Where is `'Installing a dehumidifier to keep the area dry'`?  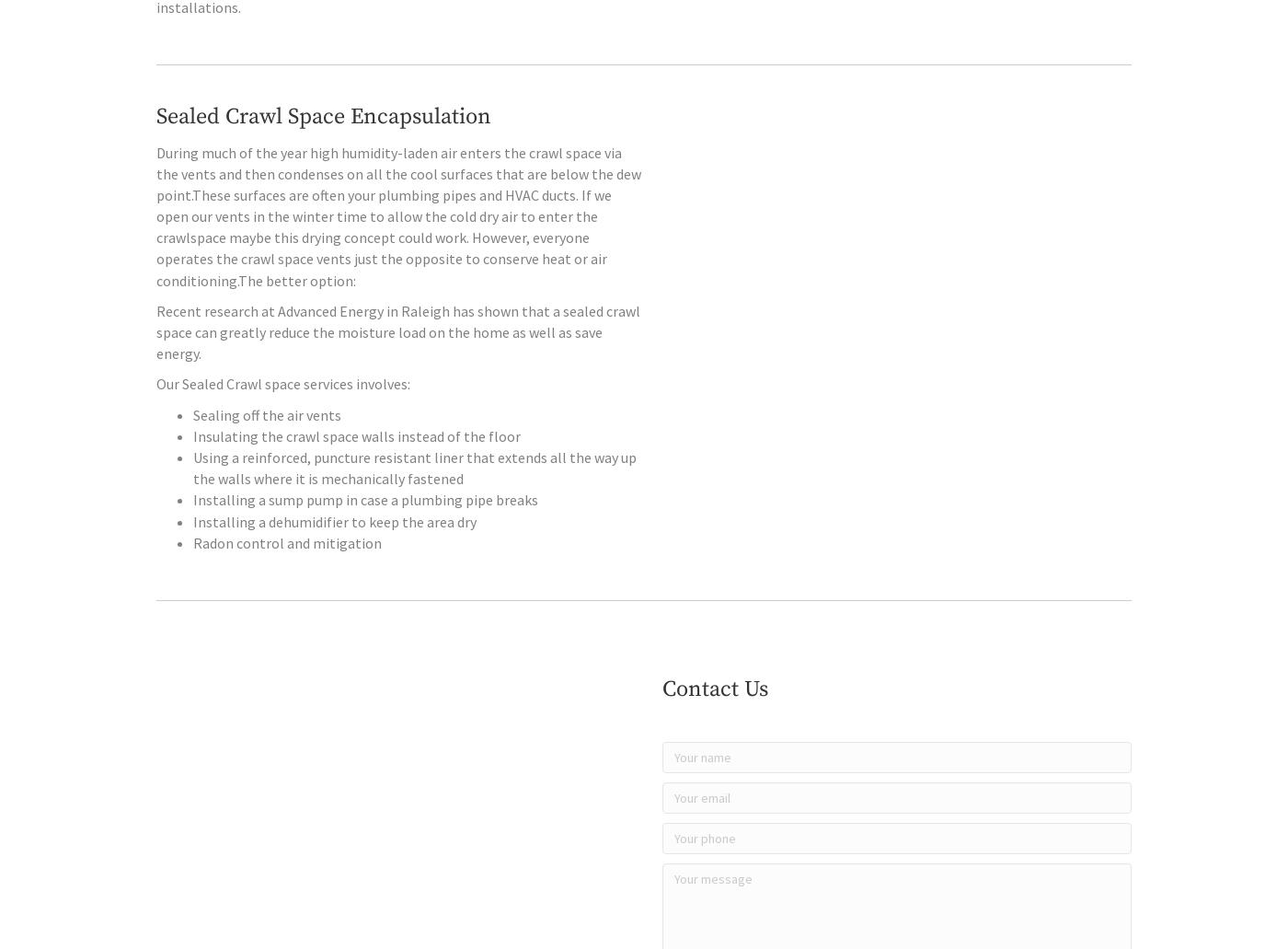
'Installing a dehumidifier to keep the area dry' is located at coordinates (335, 558).